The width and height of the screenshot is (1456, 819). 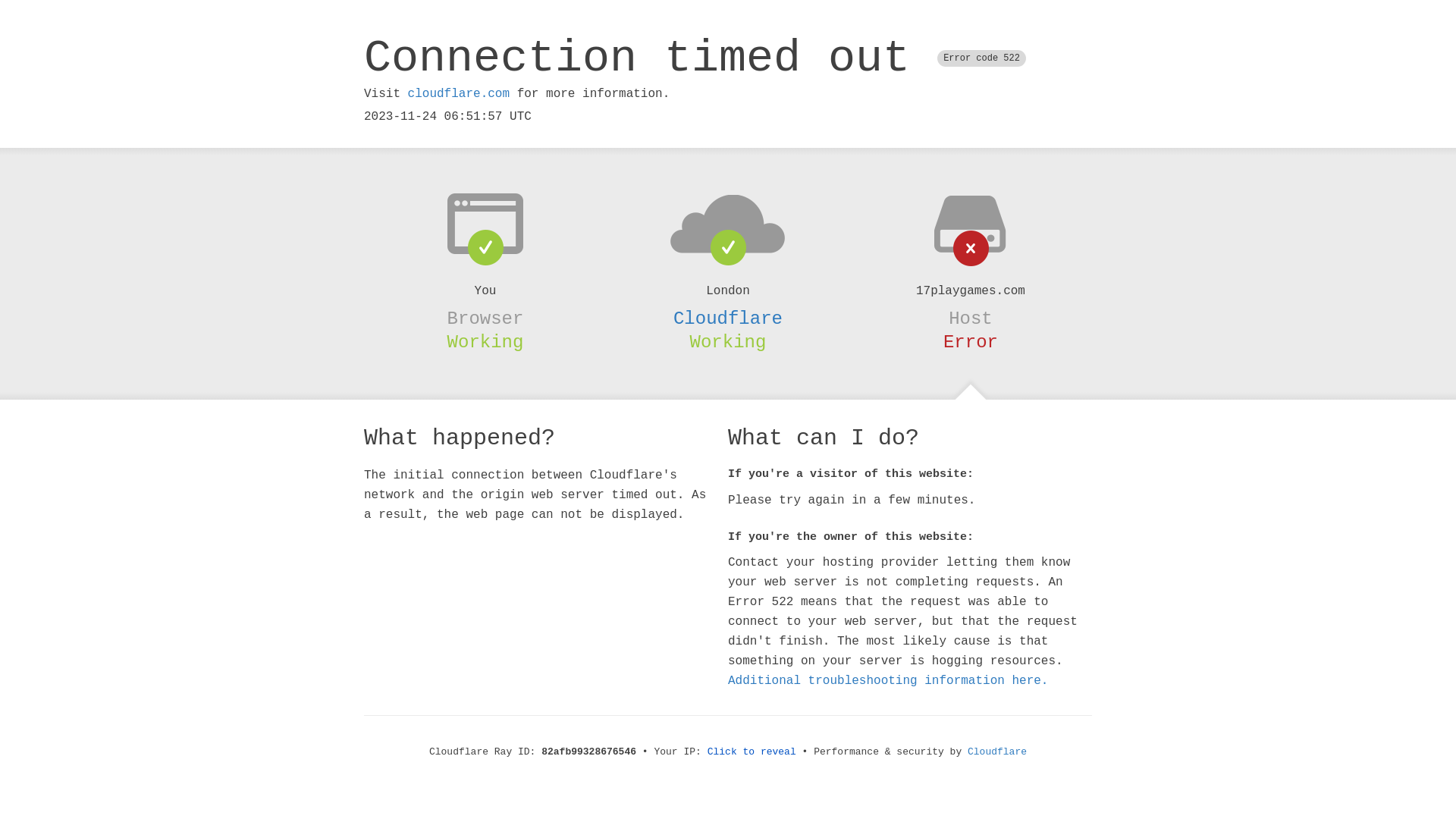 What do you see at coordinates (728, 318) in the screenshot?
I see `'Cloudflare'` at bounding box center [728, 318].